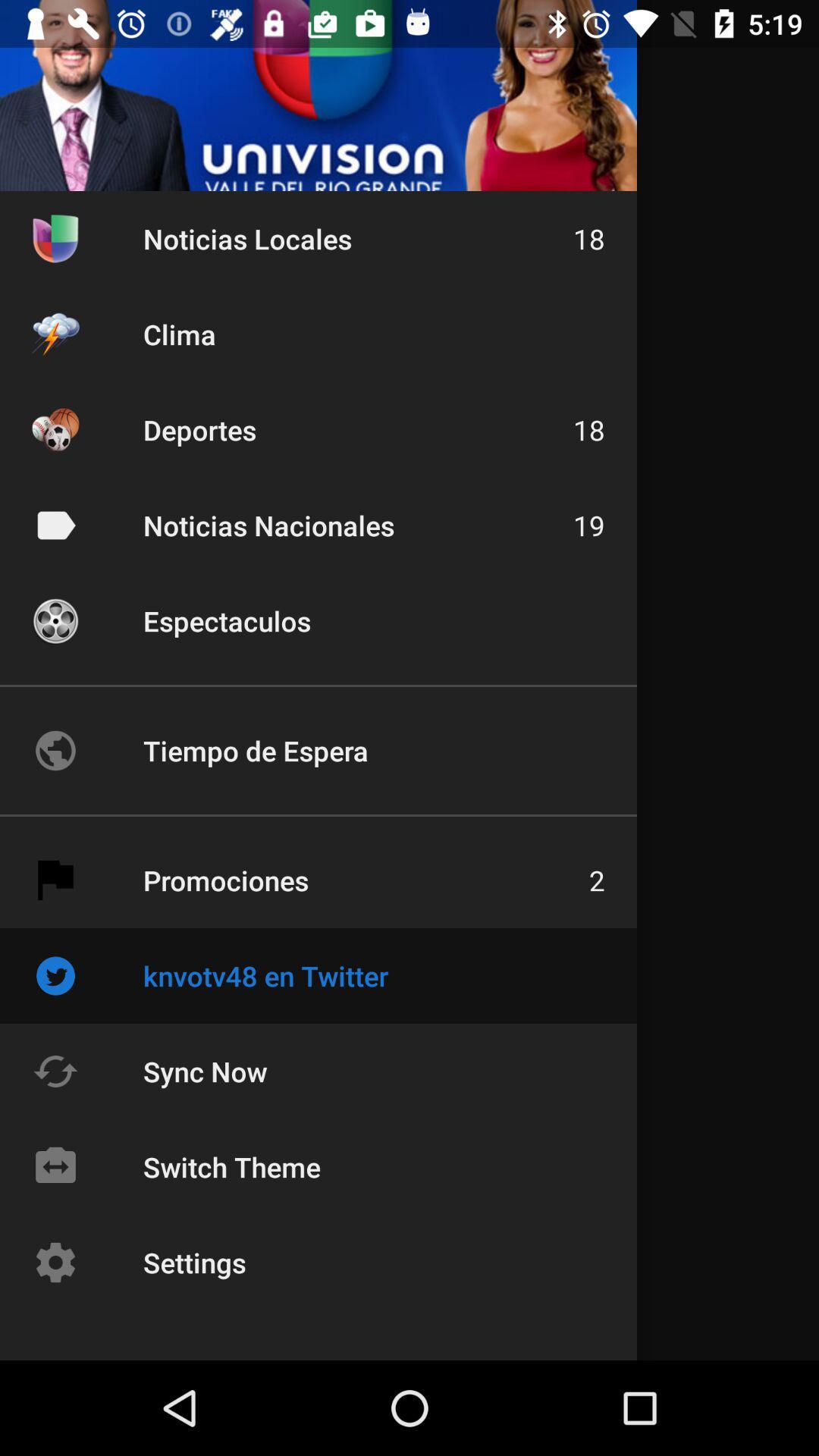  What do you see at coordinates (55, 750) in the screenshot?
I see `sixth icon from bottom` at bounding box center [55, 750].